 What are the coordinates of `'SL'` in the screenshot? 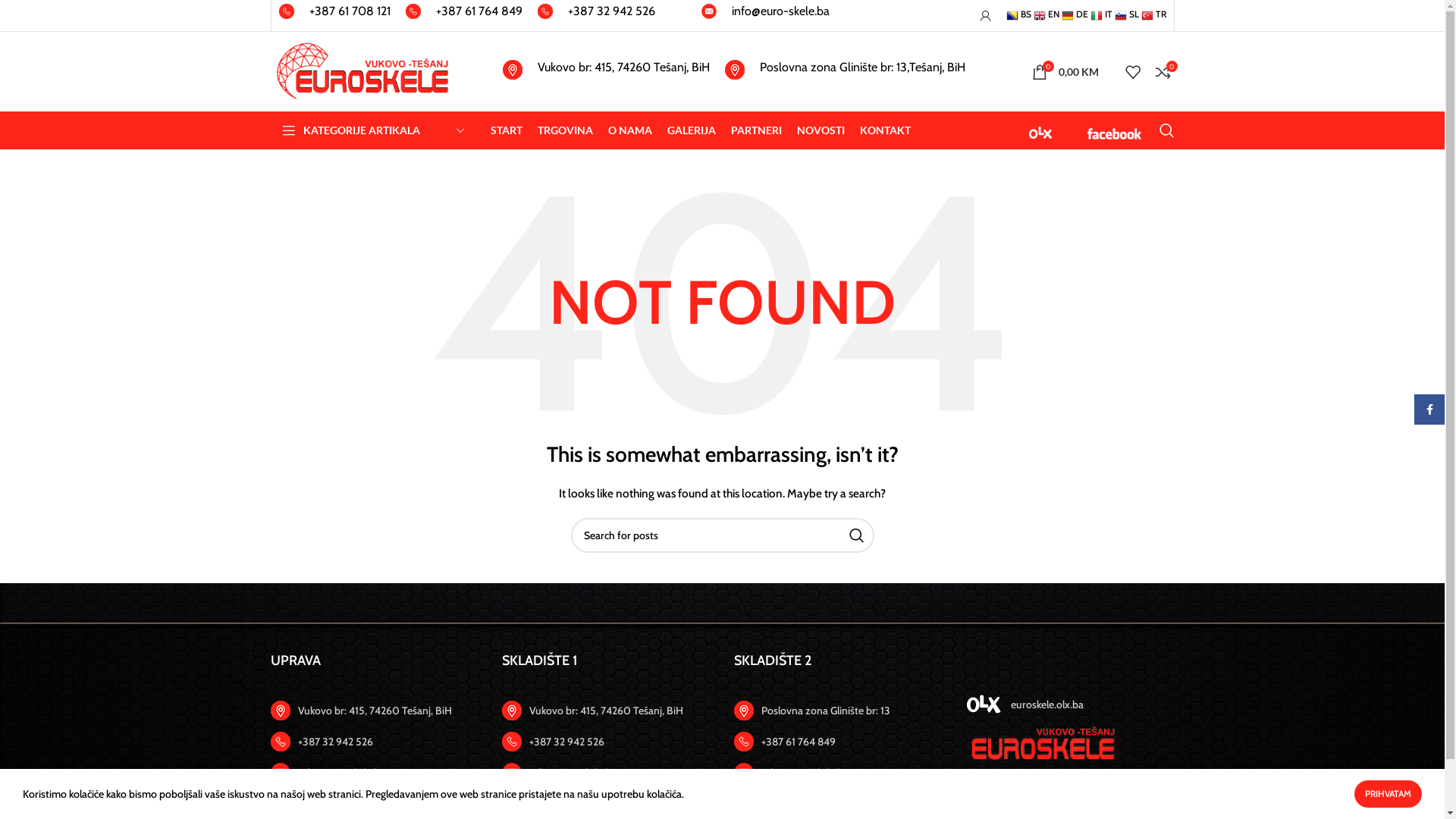 It's located at (1127, 14).